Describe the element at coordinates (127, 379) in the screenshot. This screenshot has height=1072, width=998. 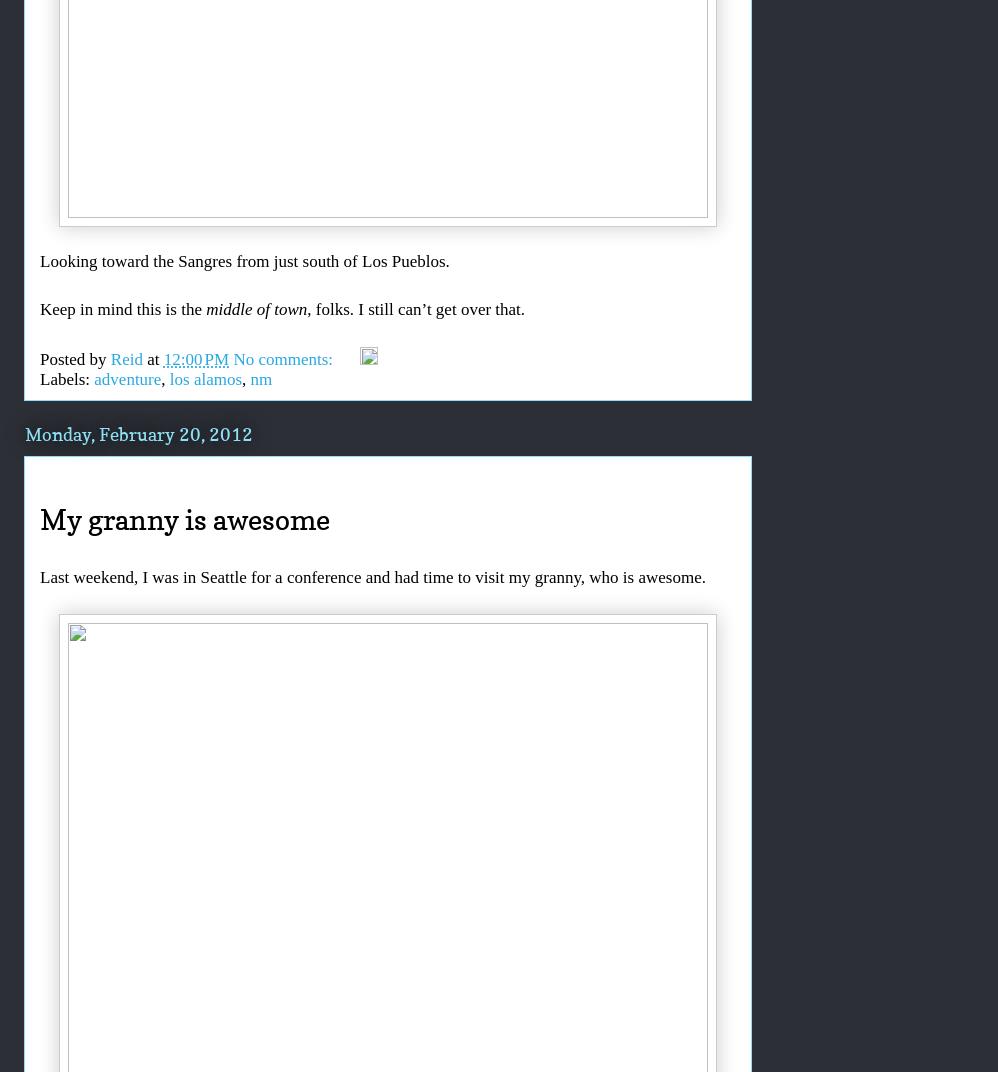
I see `'adventure'` at that location.